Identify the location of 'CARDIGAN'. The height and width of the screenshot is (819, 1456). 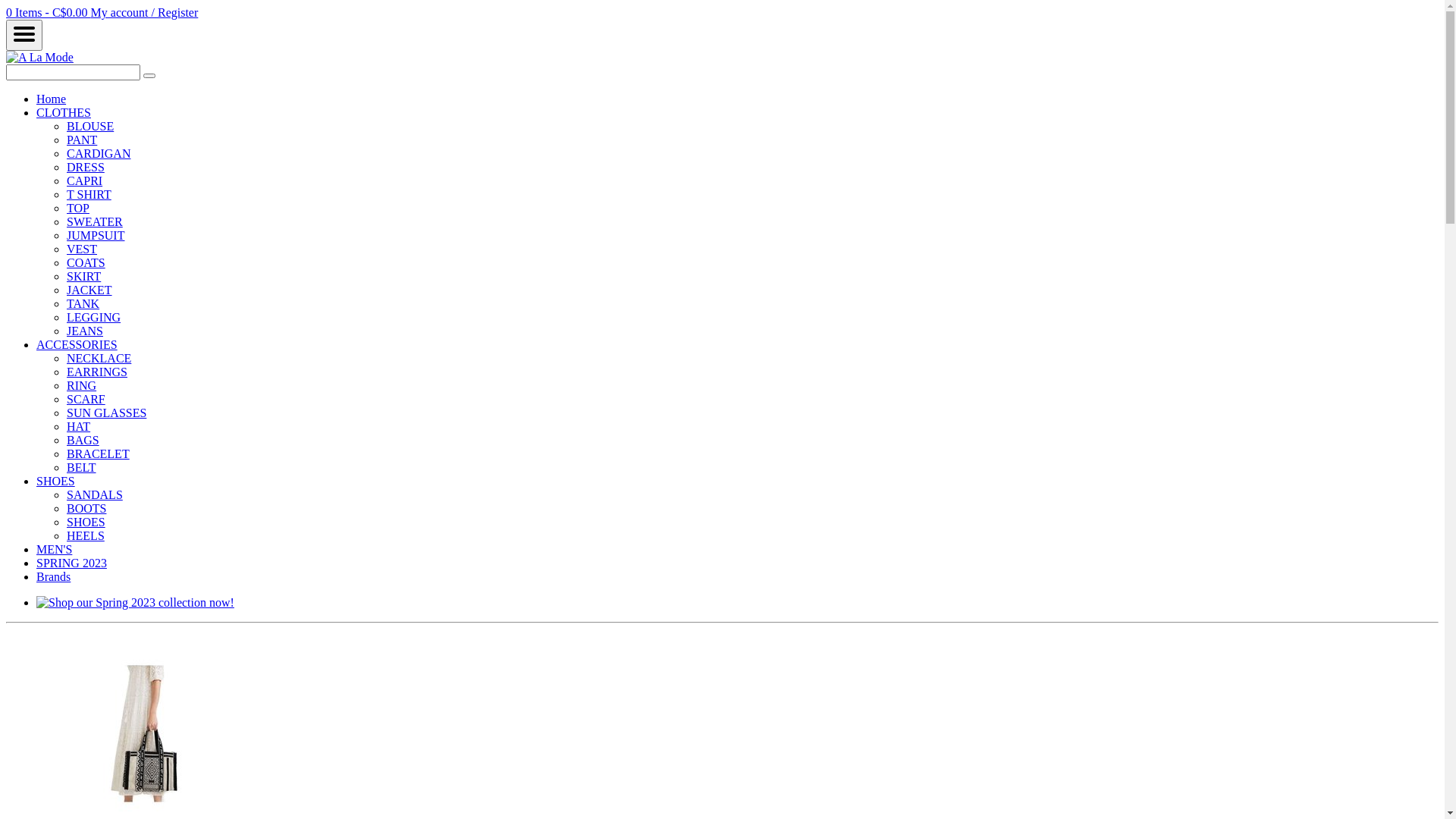
(97, 153).